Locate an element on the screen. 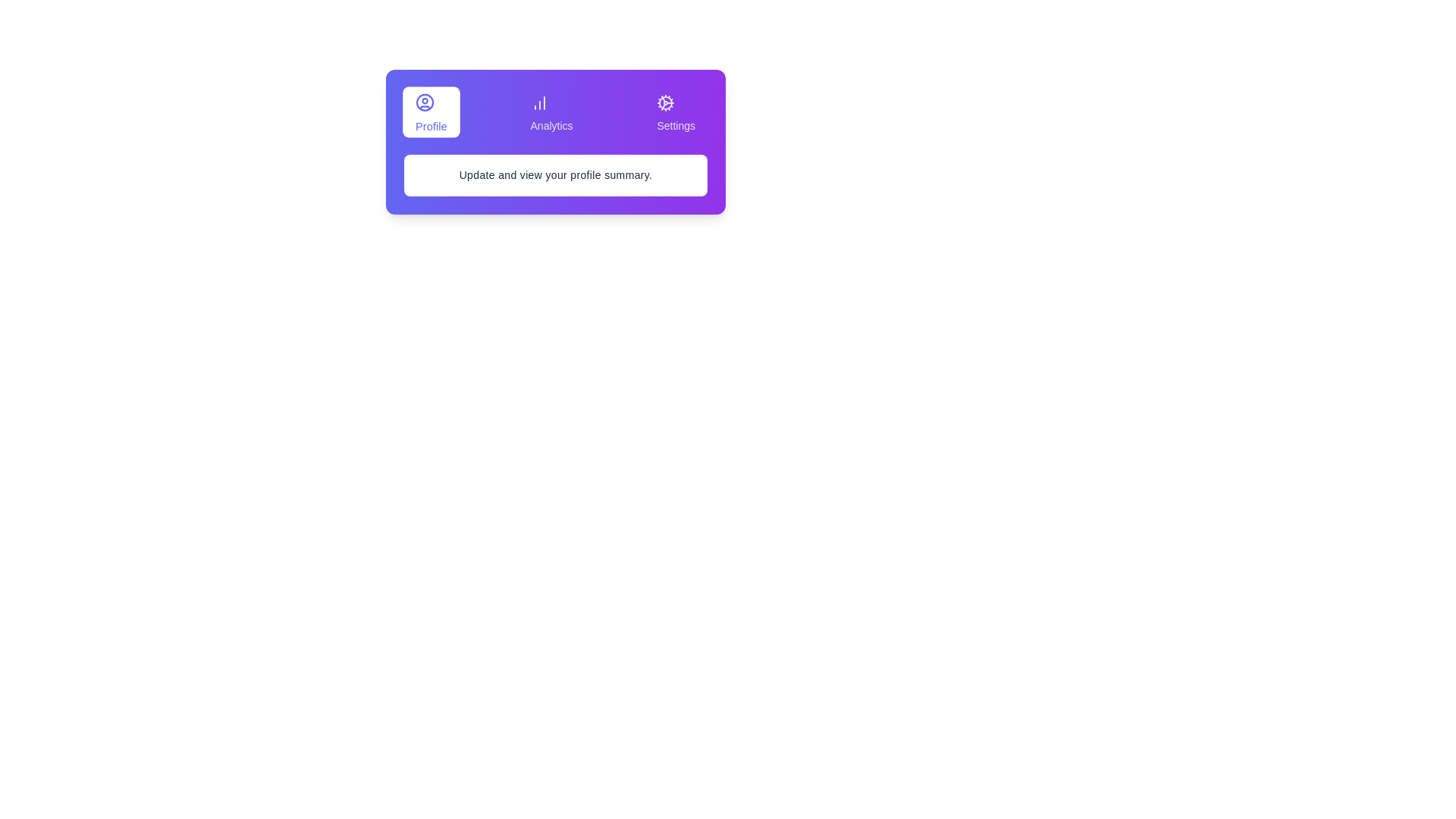 This screenshot has width=1456, height=819. the Profile tab to view its content is located at coordinates (430, 111).